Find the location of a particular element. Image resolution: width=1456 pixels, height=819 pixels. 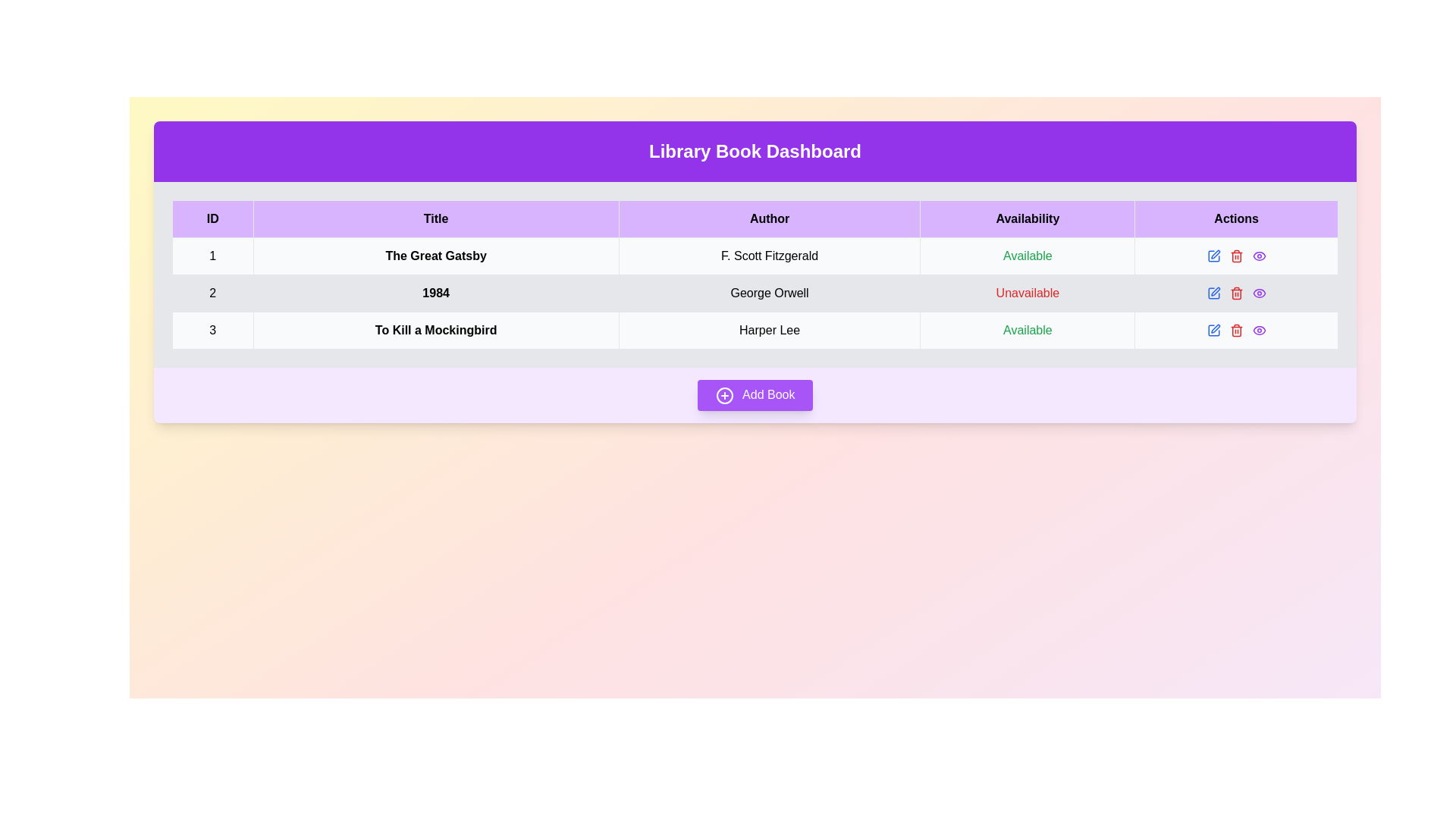

the eye icon in the 'Actions' column of the table row for the book '1984' is located at coordinates (1259, 256).